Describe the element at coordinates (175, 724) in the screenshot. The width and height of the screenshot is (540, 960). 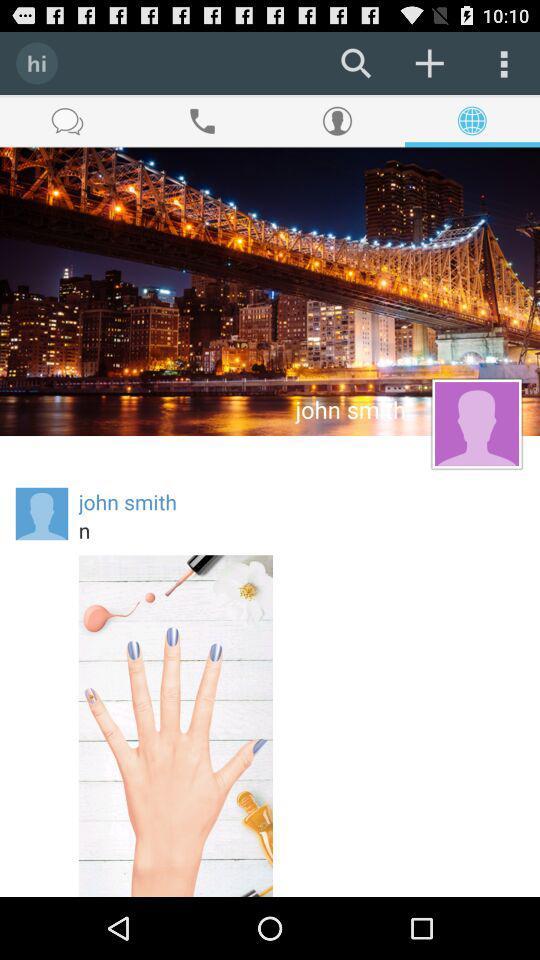
I see `the icon at the bottom left corner` at that location.